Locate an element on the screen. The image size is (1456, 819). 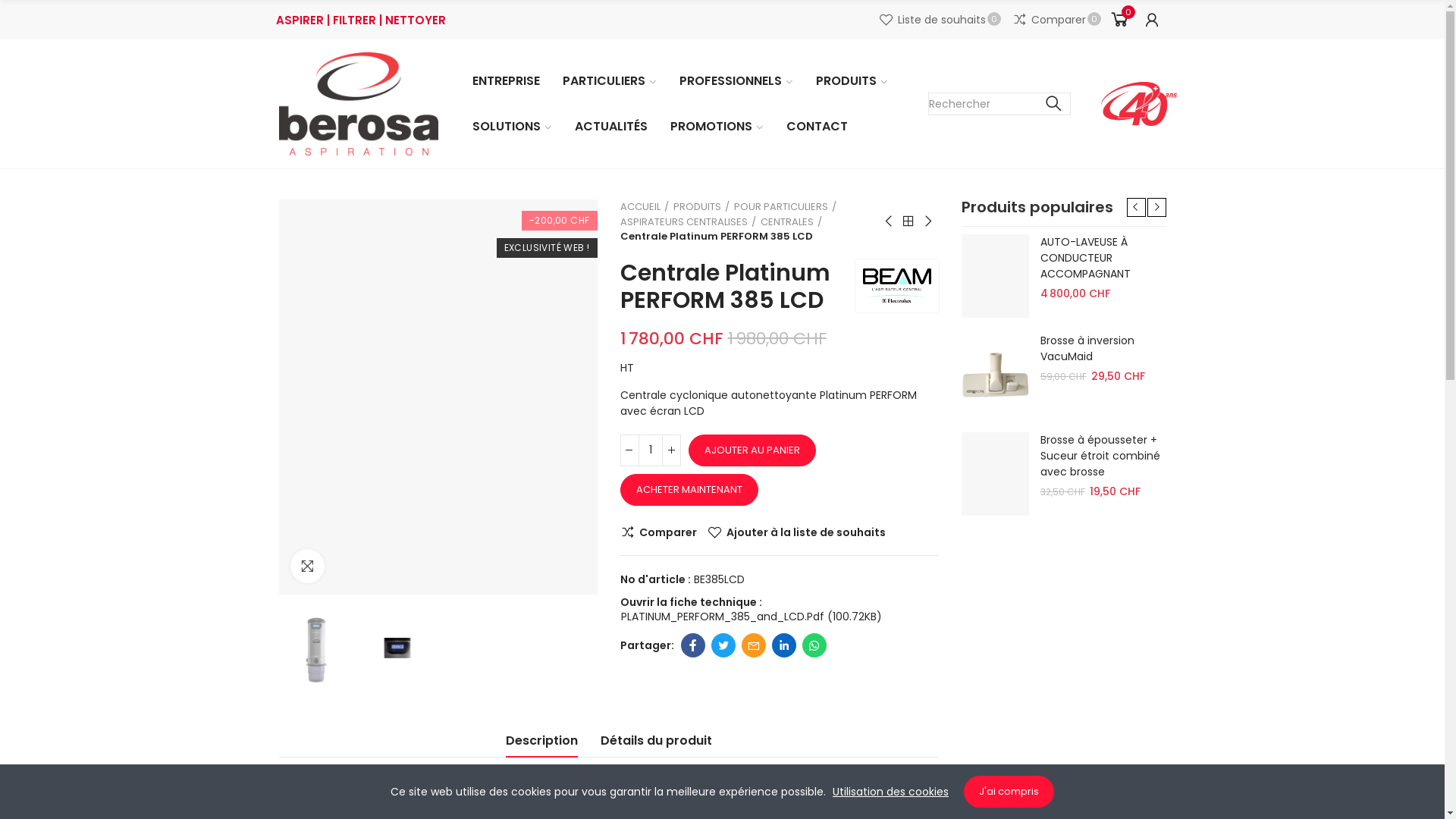
'Email' is located at coordinates (742, 645).